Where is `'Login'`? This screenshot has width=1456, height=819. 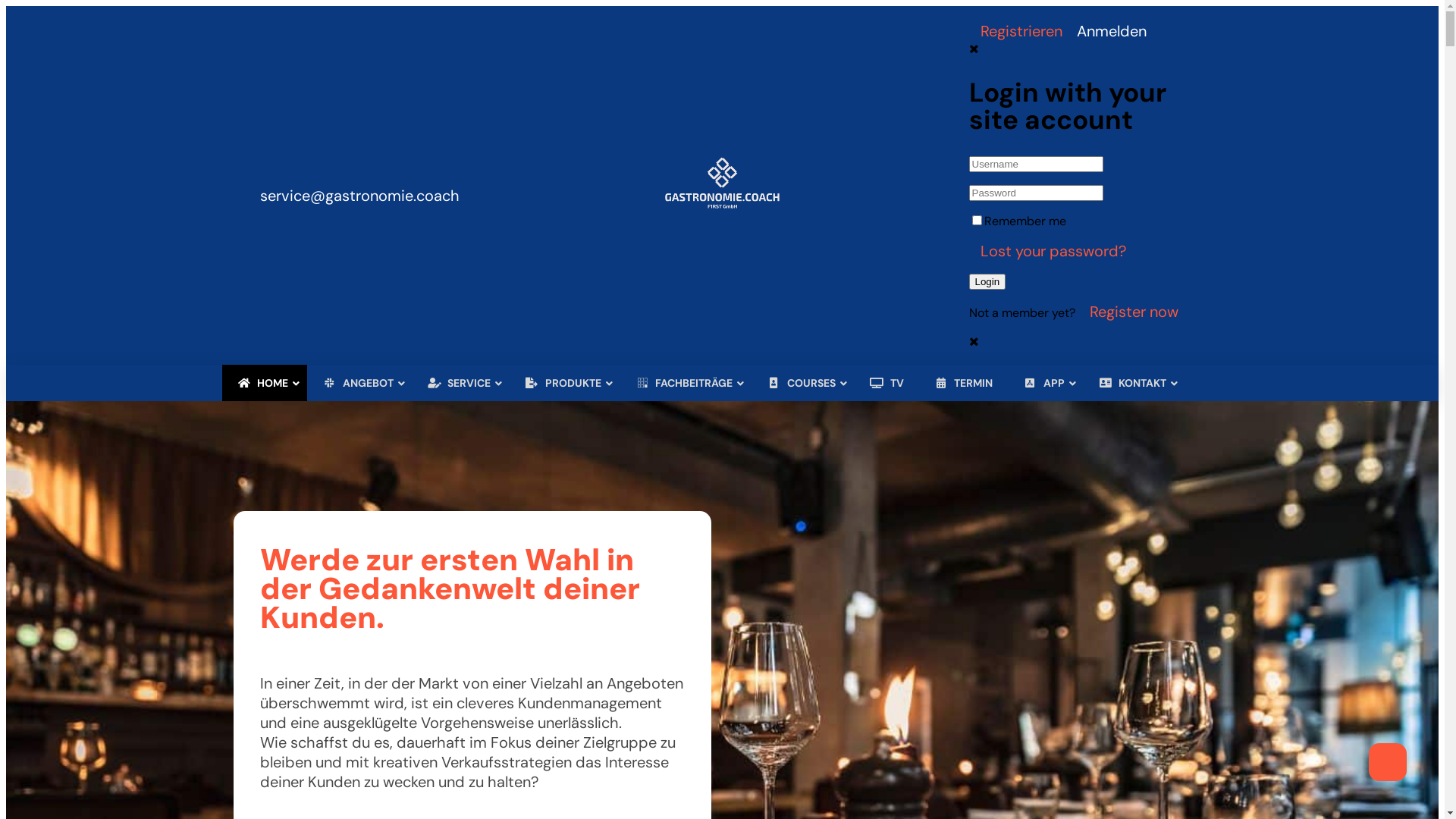
'Login' is located at coordinates (987, 281).